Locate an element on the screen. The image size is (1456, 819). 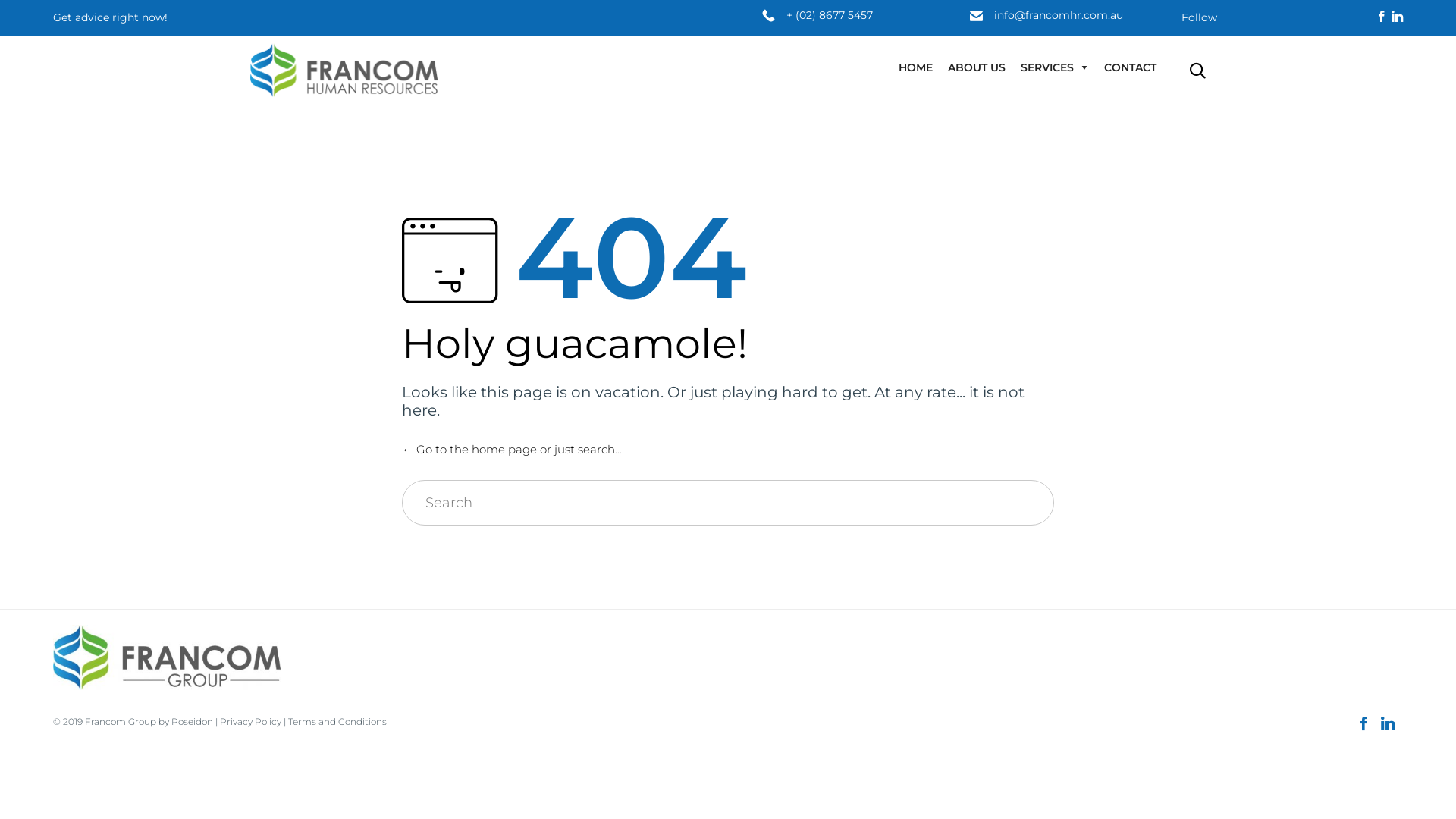
'Privacy Policy' is located at coordinates (250, 721).